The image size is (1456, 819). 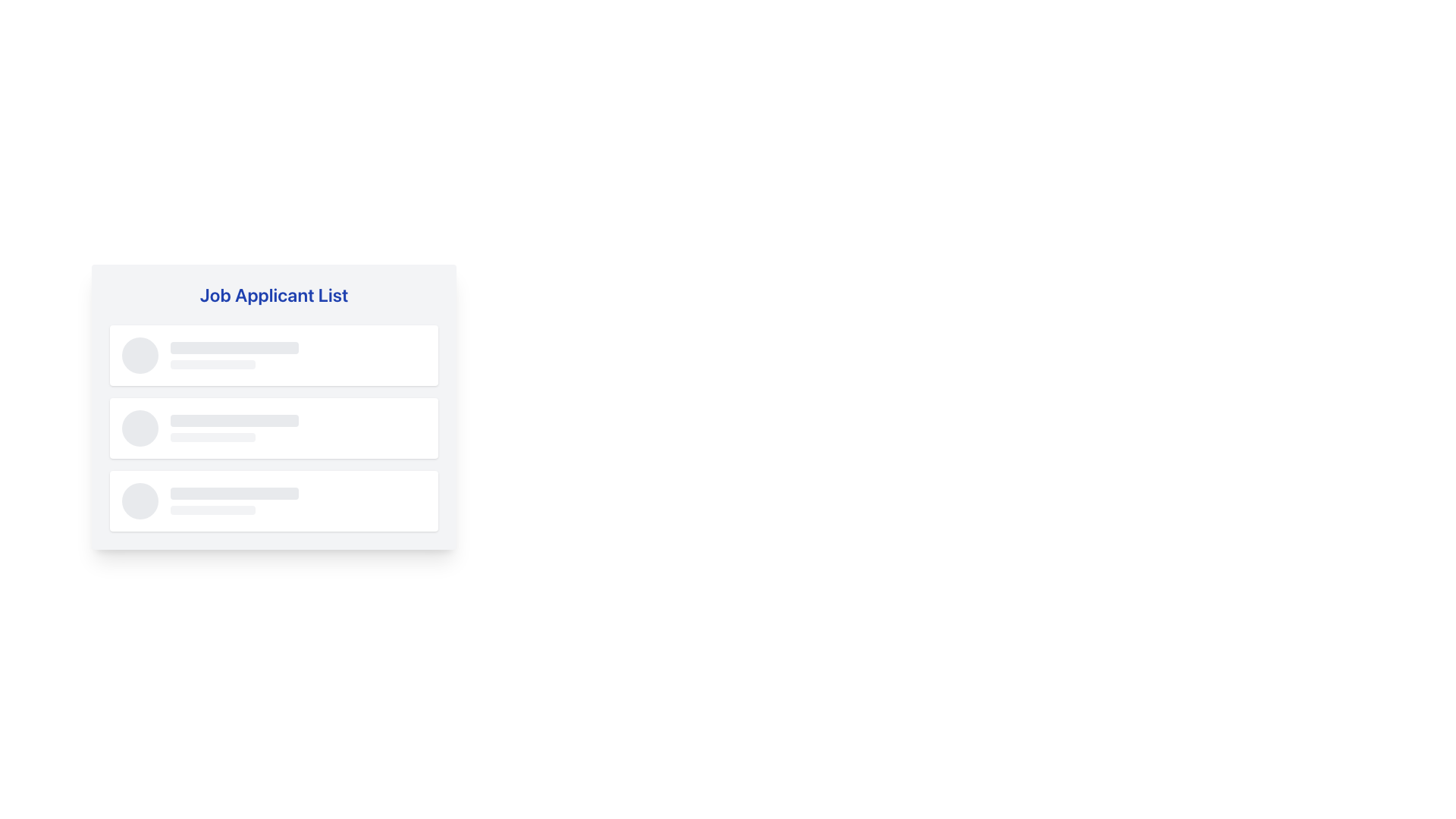 I want to click on the Placeholder block located to the right of the avatar in the second item of the 'Job Applicant List', indicating that content is being fetched, so click(x=298, y=428).